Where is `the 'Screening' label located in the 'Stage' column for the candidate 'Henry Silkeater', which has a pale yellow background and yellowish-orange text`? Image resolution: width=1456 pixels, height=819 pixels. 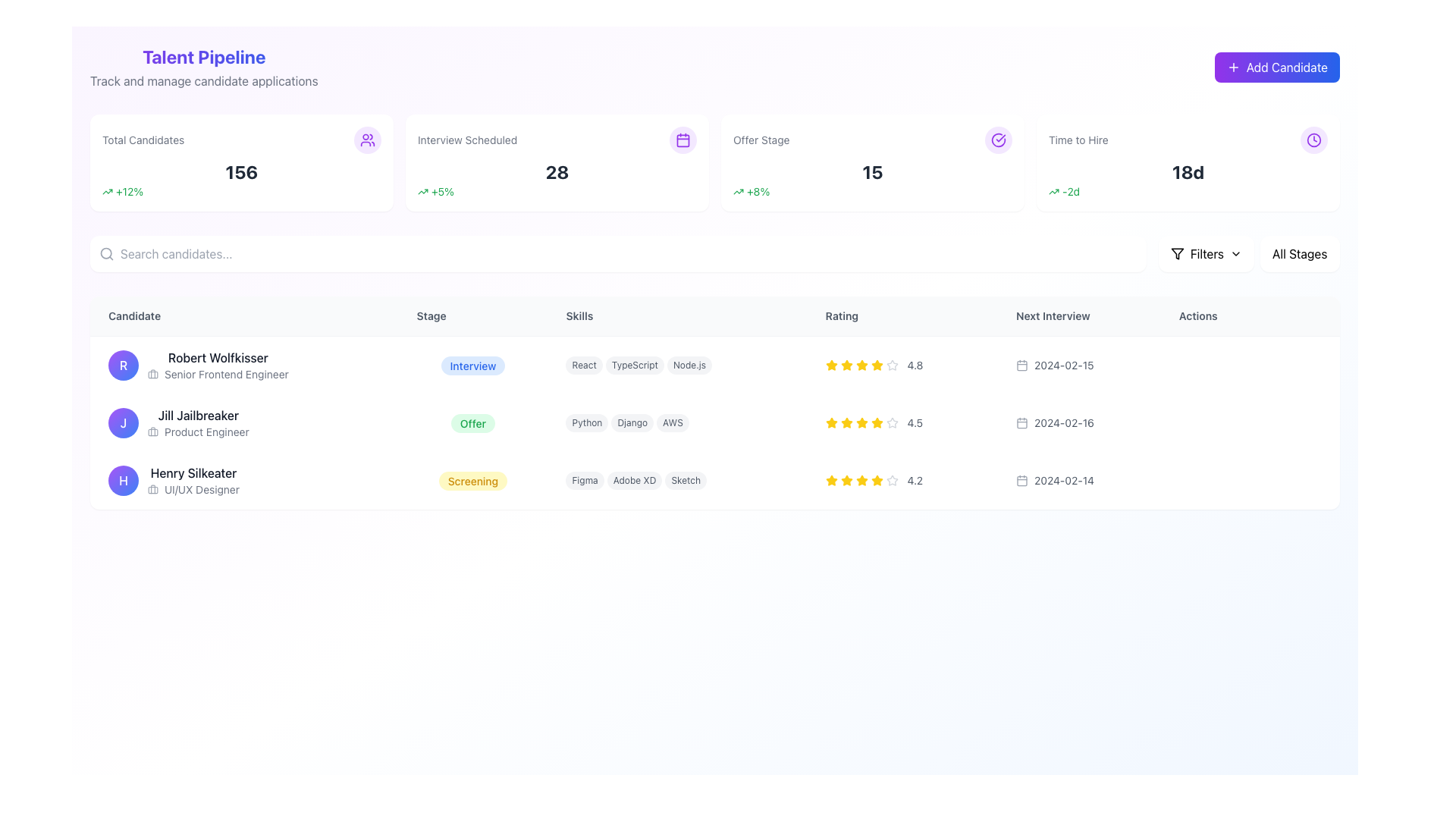 the 'Screening' label located in the 'Stage' column for the candidate 'Henry Silkeater', which has a pale yellow background and yellowish-orange text is located at coordinates (472, 480).